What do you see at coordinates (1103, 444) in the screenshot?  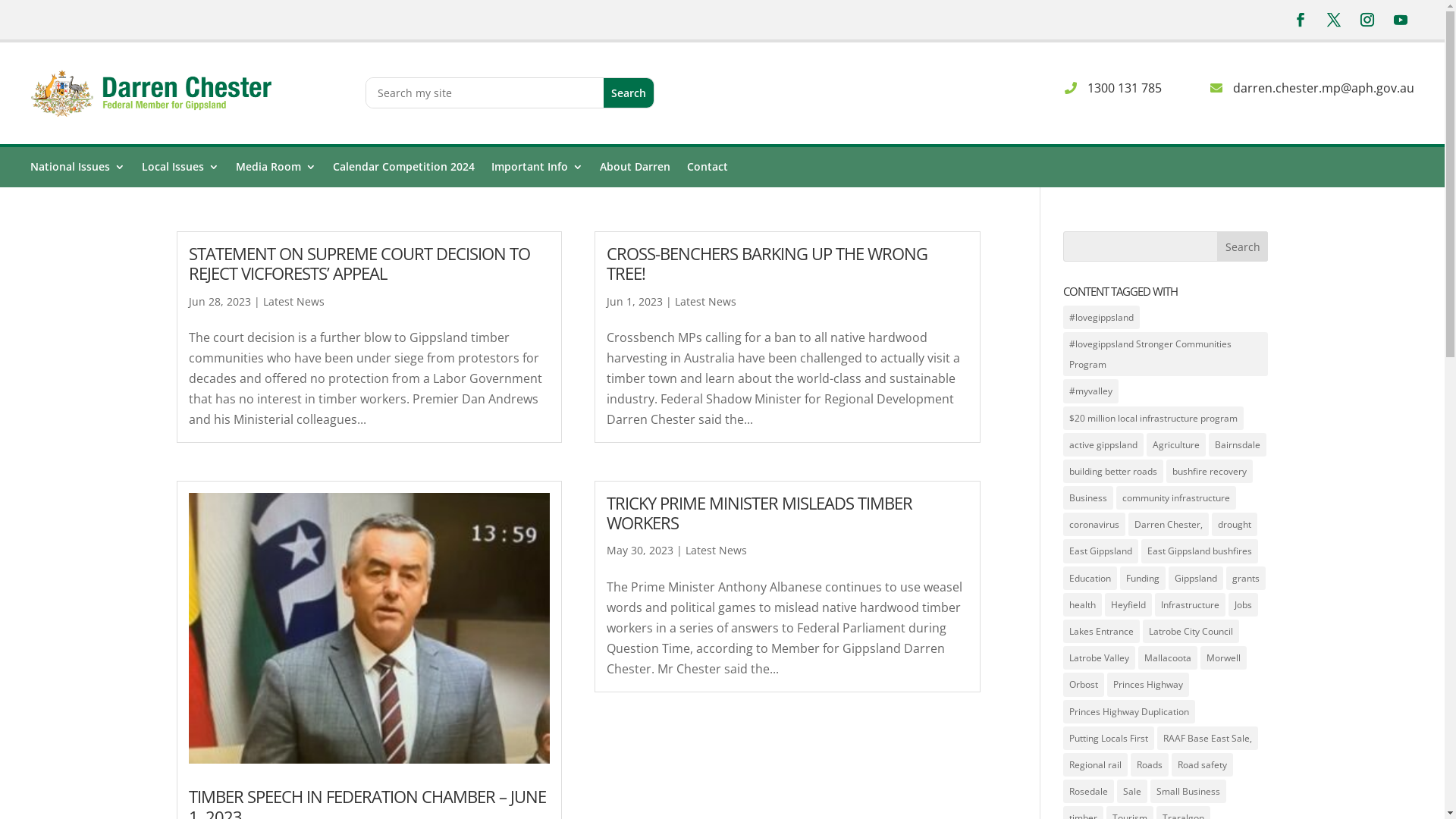 I see `'active gippsland'` at bounding box center [1103, 444].